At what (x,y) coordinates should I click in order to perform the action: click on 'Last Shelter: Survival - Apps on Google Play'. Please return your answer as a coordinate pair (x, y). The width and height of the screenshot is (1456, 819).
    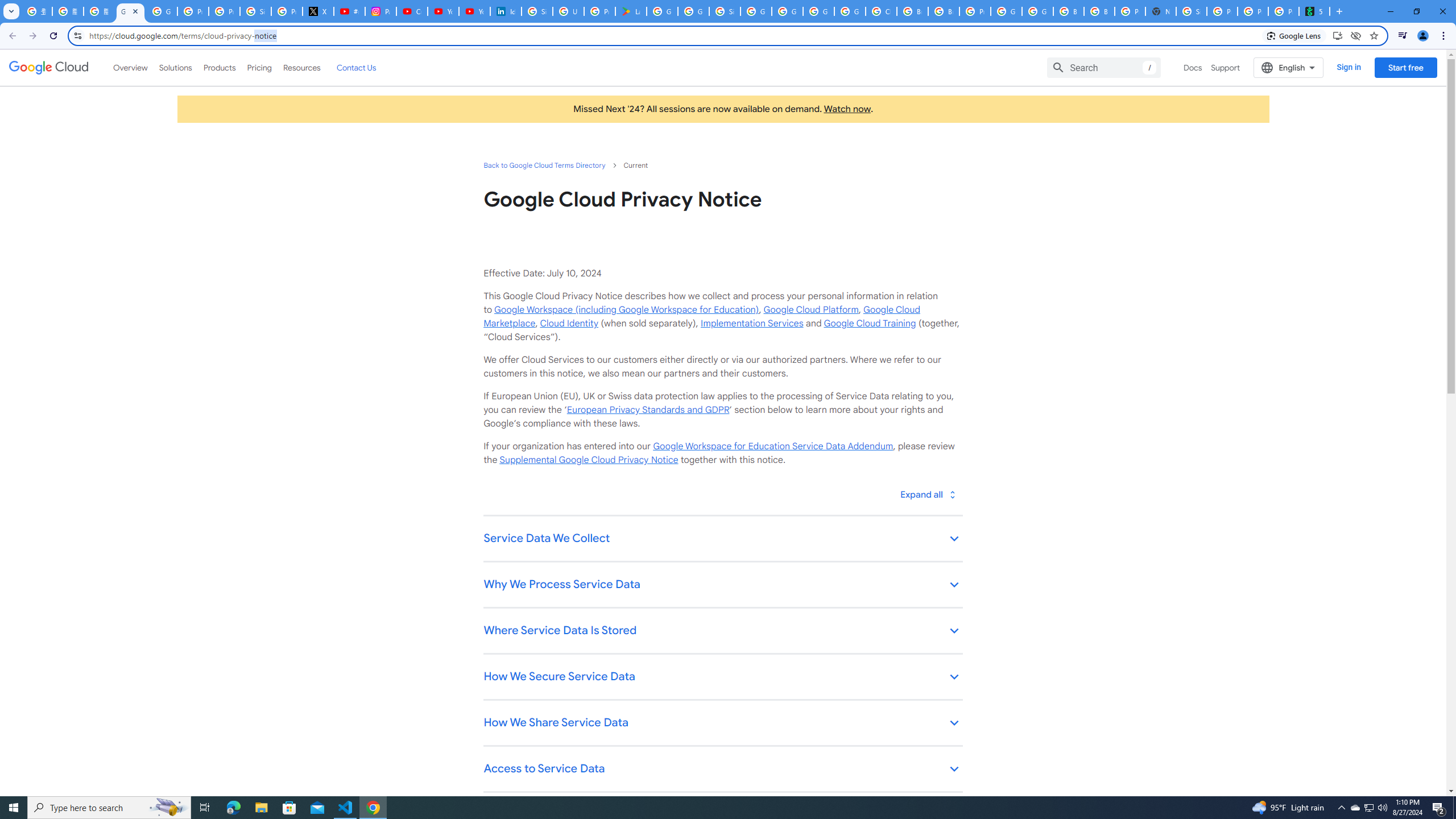
    Looking at the image, I should click on (630, 11).